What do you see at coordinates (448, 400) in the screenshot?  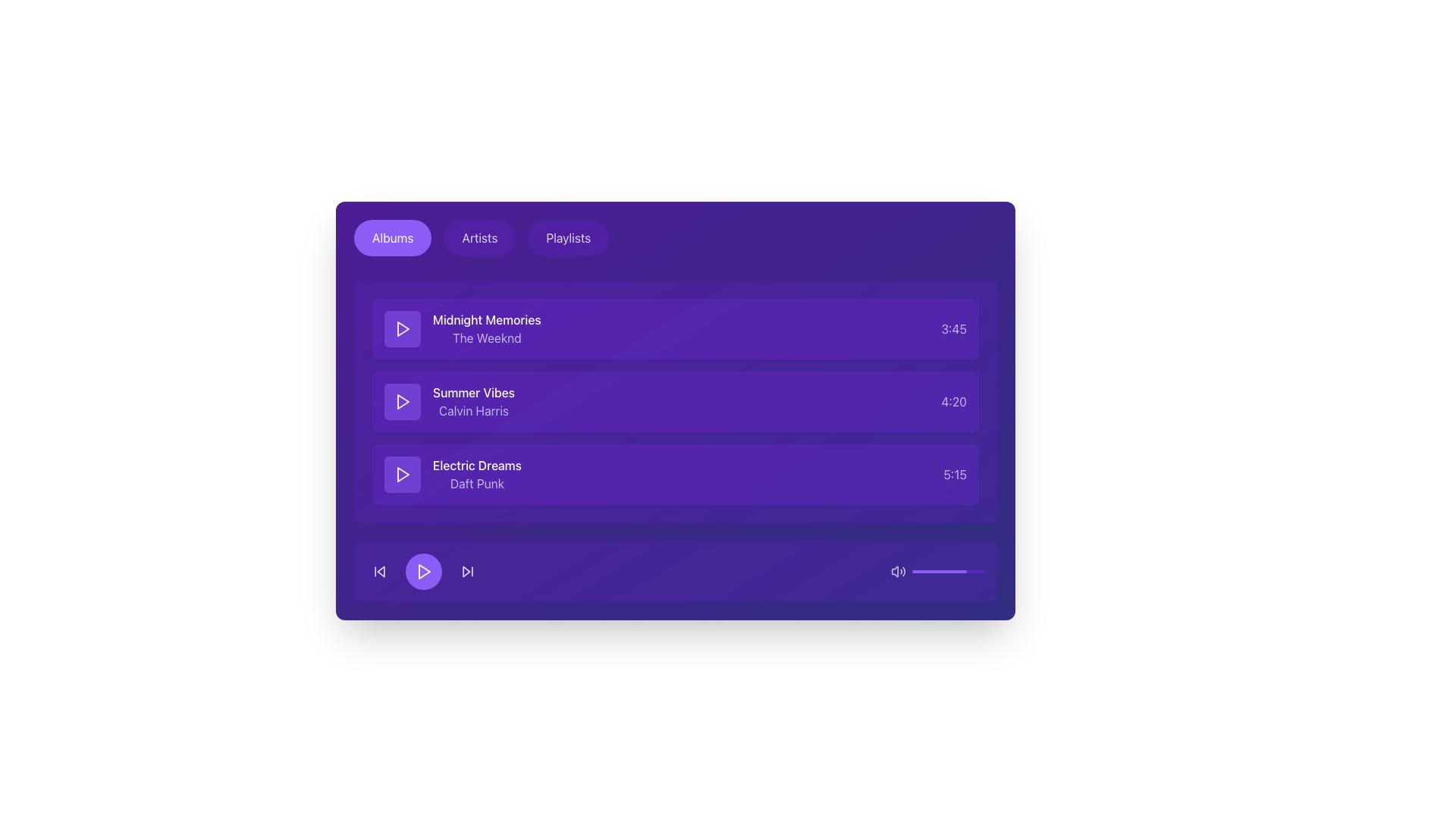 I see `the Text Information Display showing the song title 'Summer Vibes' and artist 'Calvin Harris'` at bounding box center [448, 400].